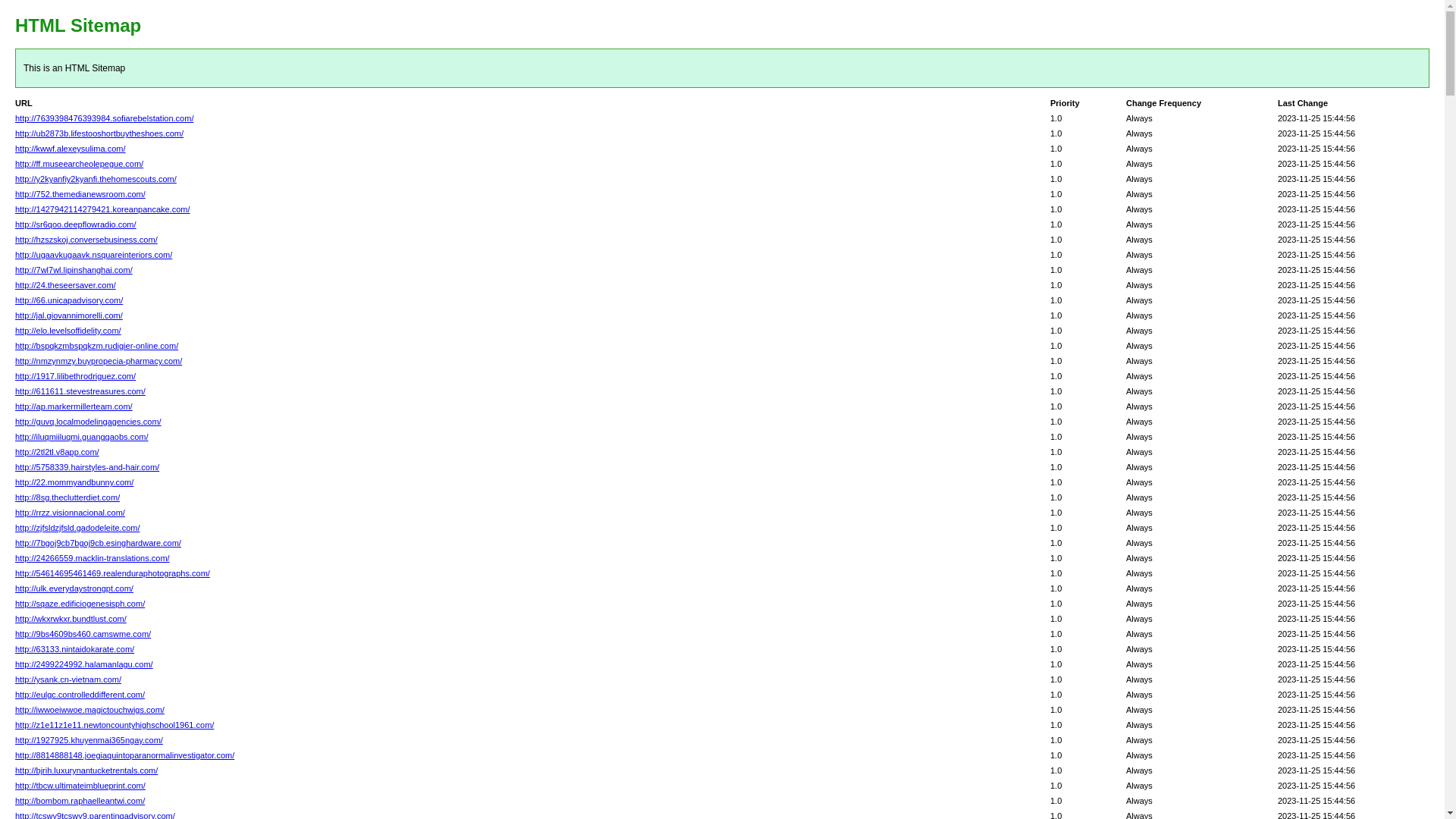 This screenshot has height=819, width=1456. I want to click on 'http://guvq.localmodelingagencies.com/', so click(87, 421).